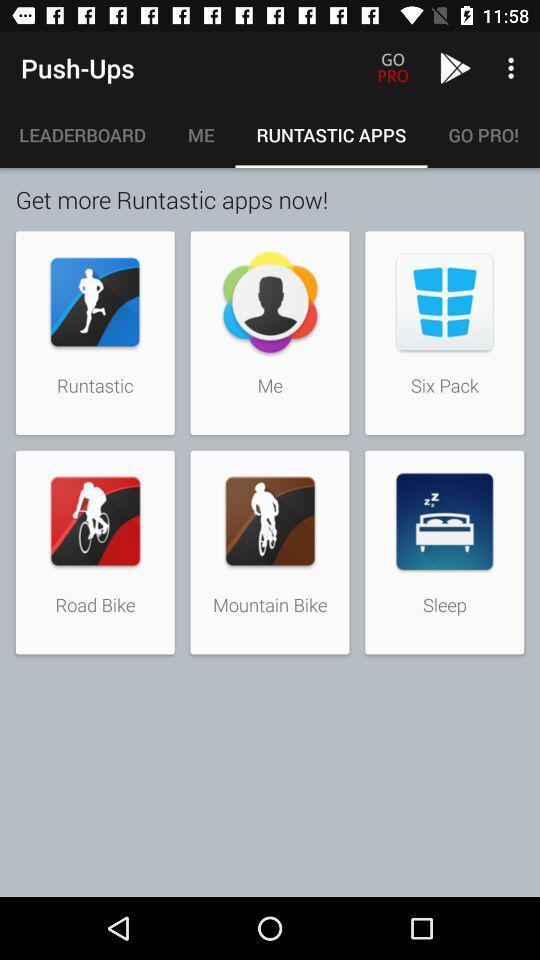 The height and width of the screenshot is (960, 540). What do you see at coordinates (82, 134) in the screenshot?
I see `icon above the get more runtastic` at bounding box center [82, 134].